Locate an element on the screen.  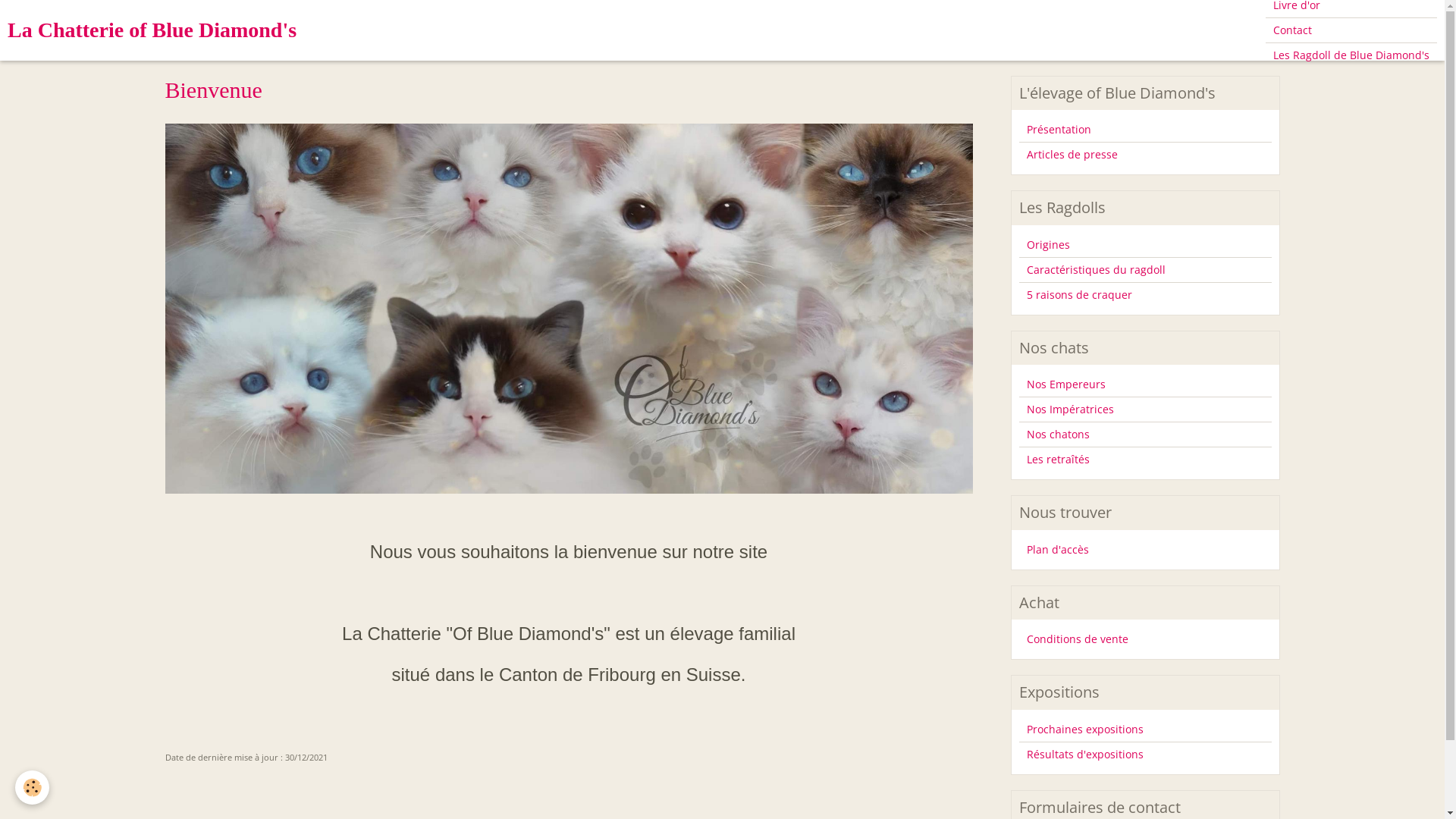
'Origines' is located at coordinates (1145, 244).